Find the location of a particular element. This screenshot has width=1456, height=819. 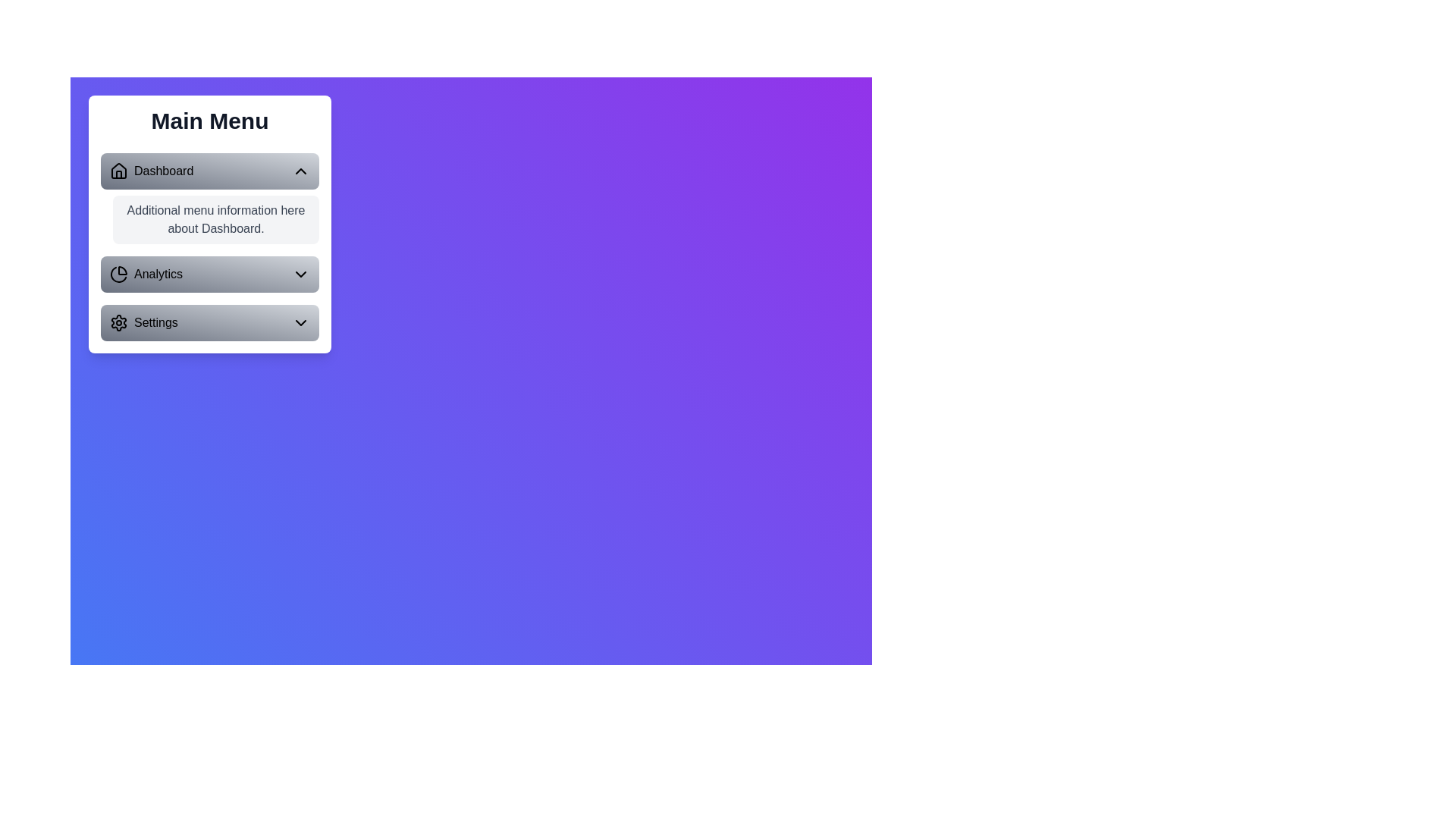

the settings icon located in the 'Settings' row of the vertical menu panel is located at coordinates (118, 322).